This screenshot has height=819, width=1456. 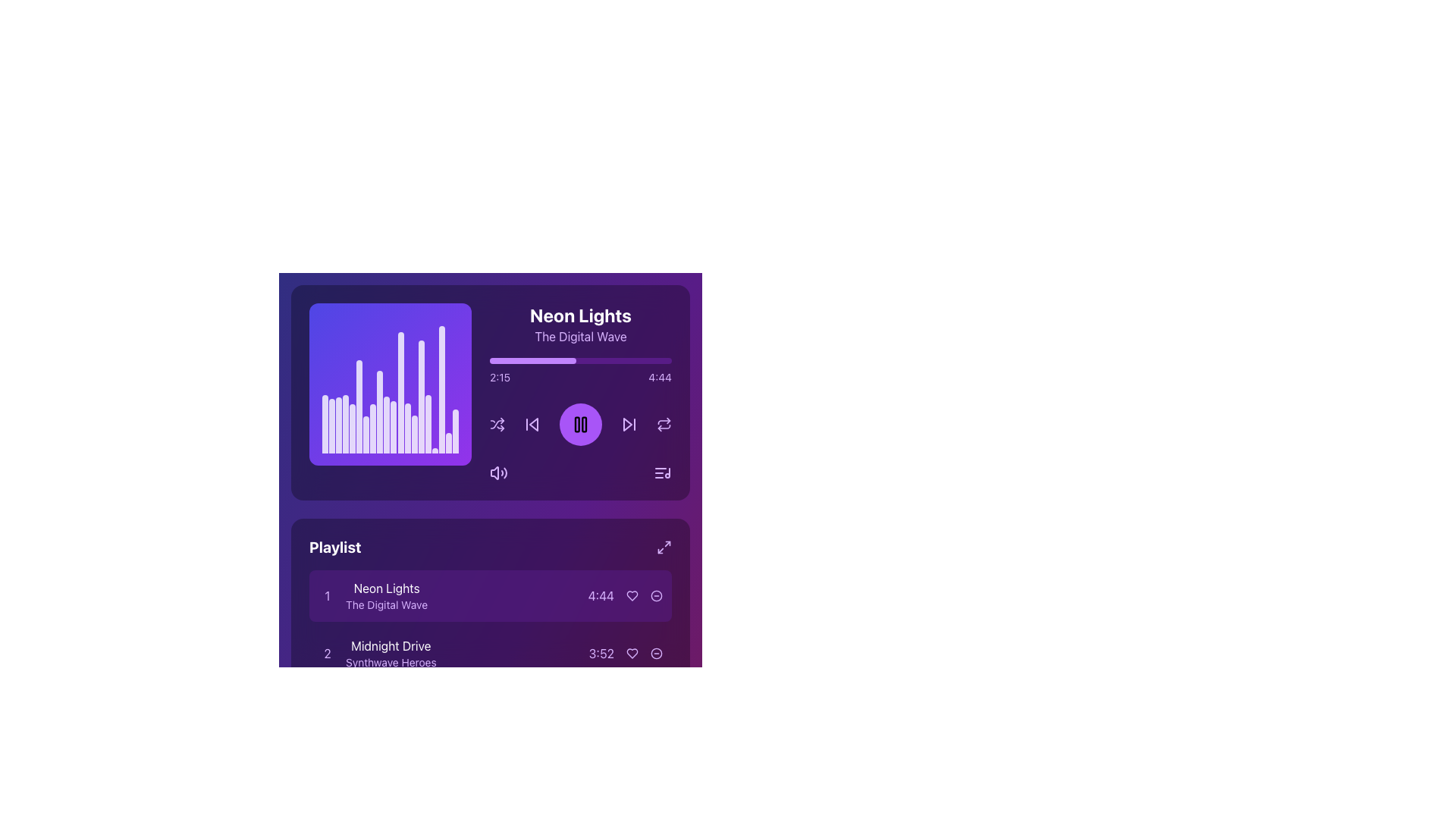 What do you see at coordinates (387, 425) in the screenshot?
I see `the tenth audio visualizer bar, which dynamically changes height to represent audio frequencies, positioned slightly to the right of the middle in the visualizer region` at bounding box center [387, 425].